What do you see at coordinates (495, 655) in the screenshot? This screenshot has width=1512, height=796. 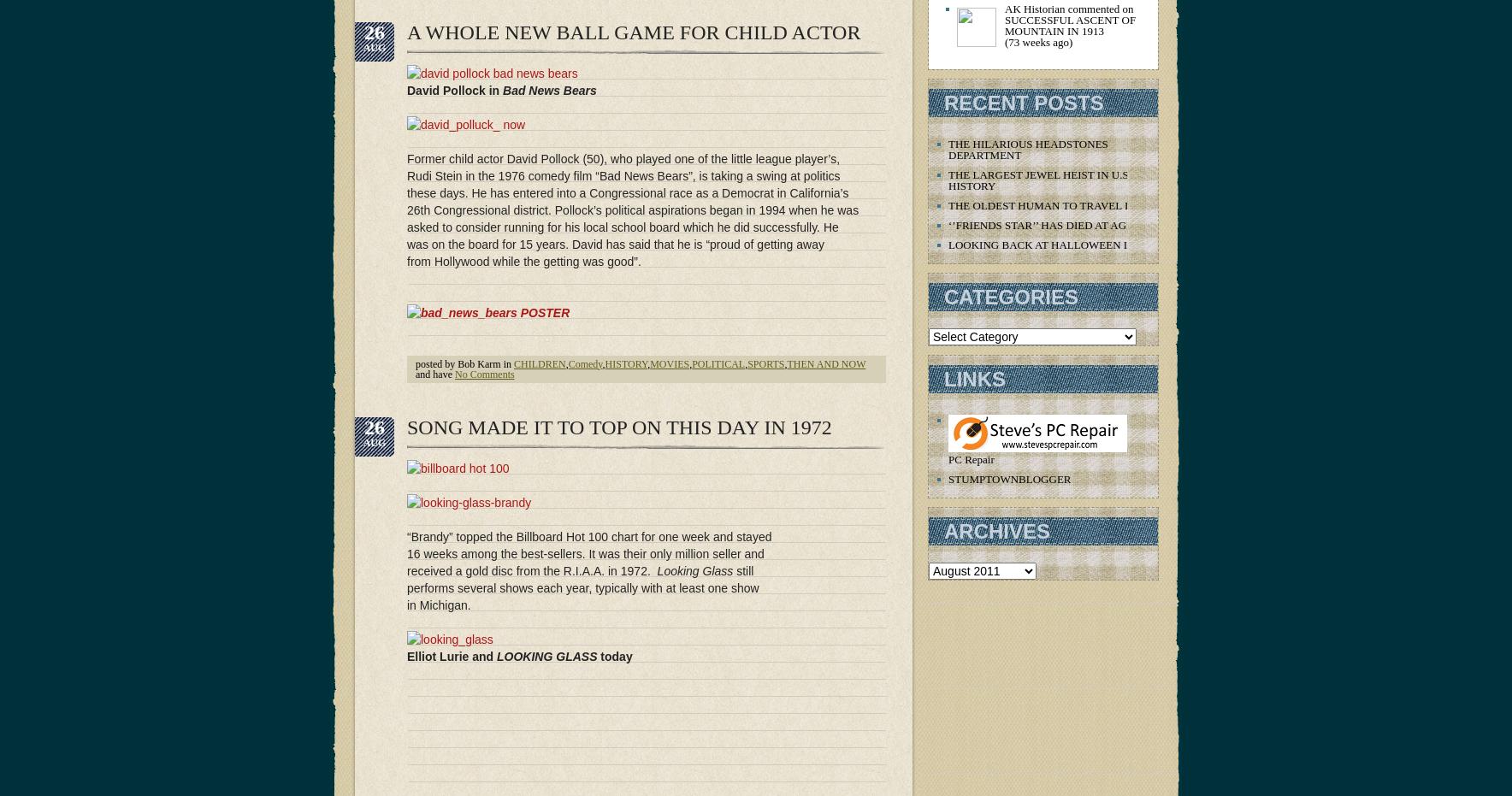 I see `'LOOKING GLASS'` at bounding box center [495, 655].